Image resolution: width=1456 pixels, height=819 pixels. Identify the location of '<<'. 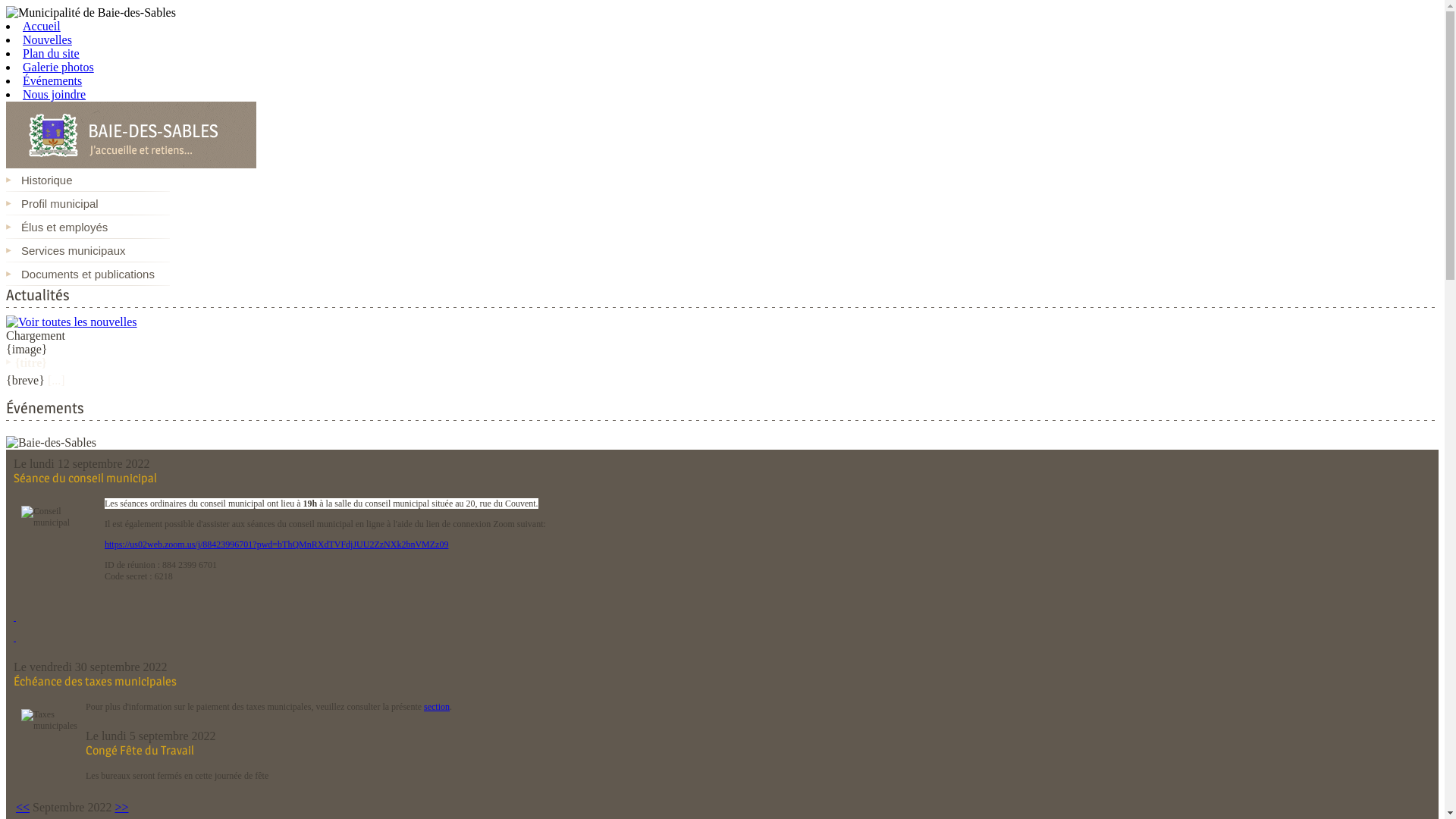
(15, 806).